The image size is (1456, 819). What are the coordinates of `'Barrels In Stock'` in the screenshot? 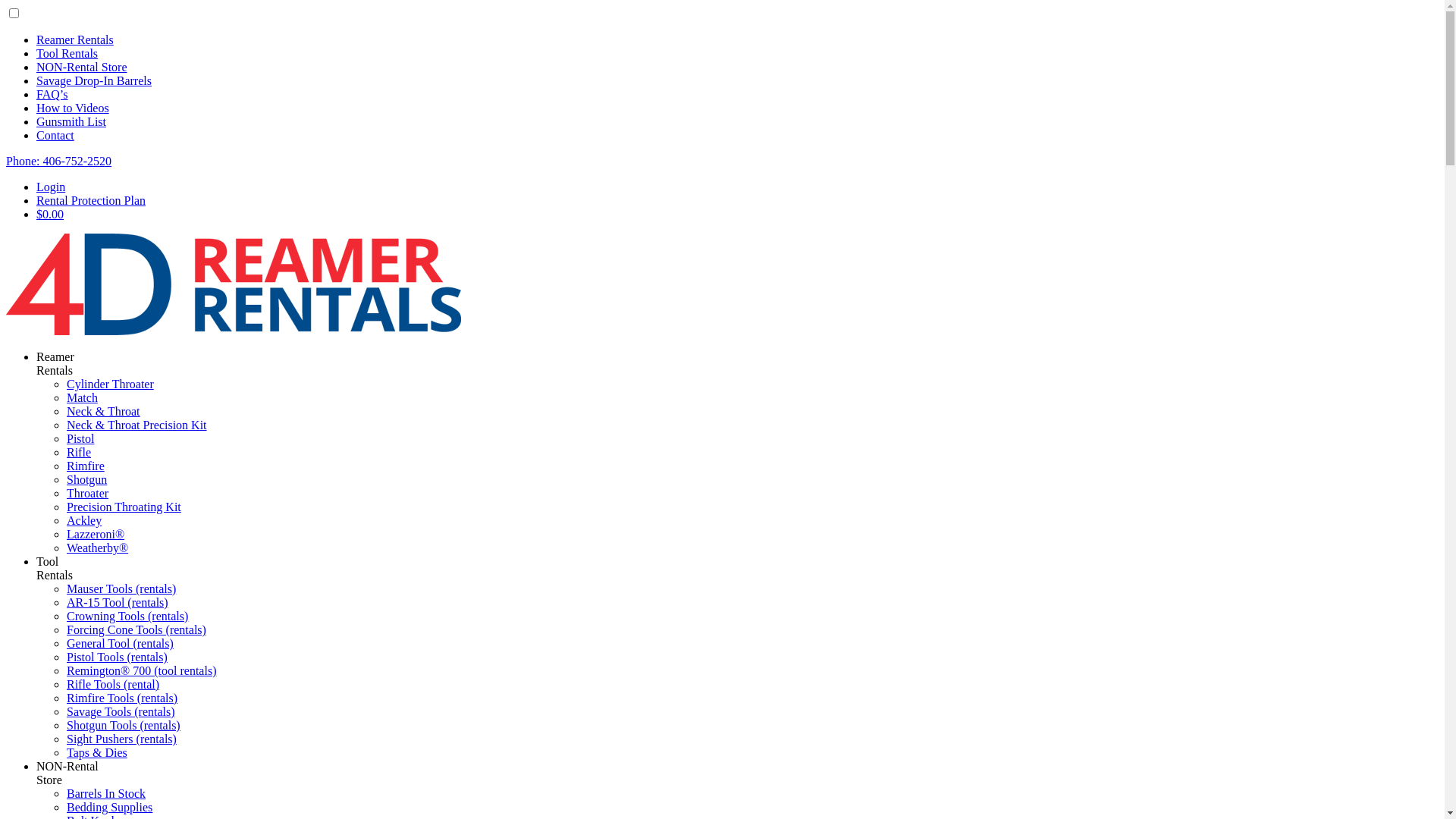 It's located at (105, 792).